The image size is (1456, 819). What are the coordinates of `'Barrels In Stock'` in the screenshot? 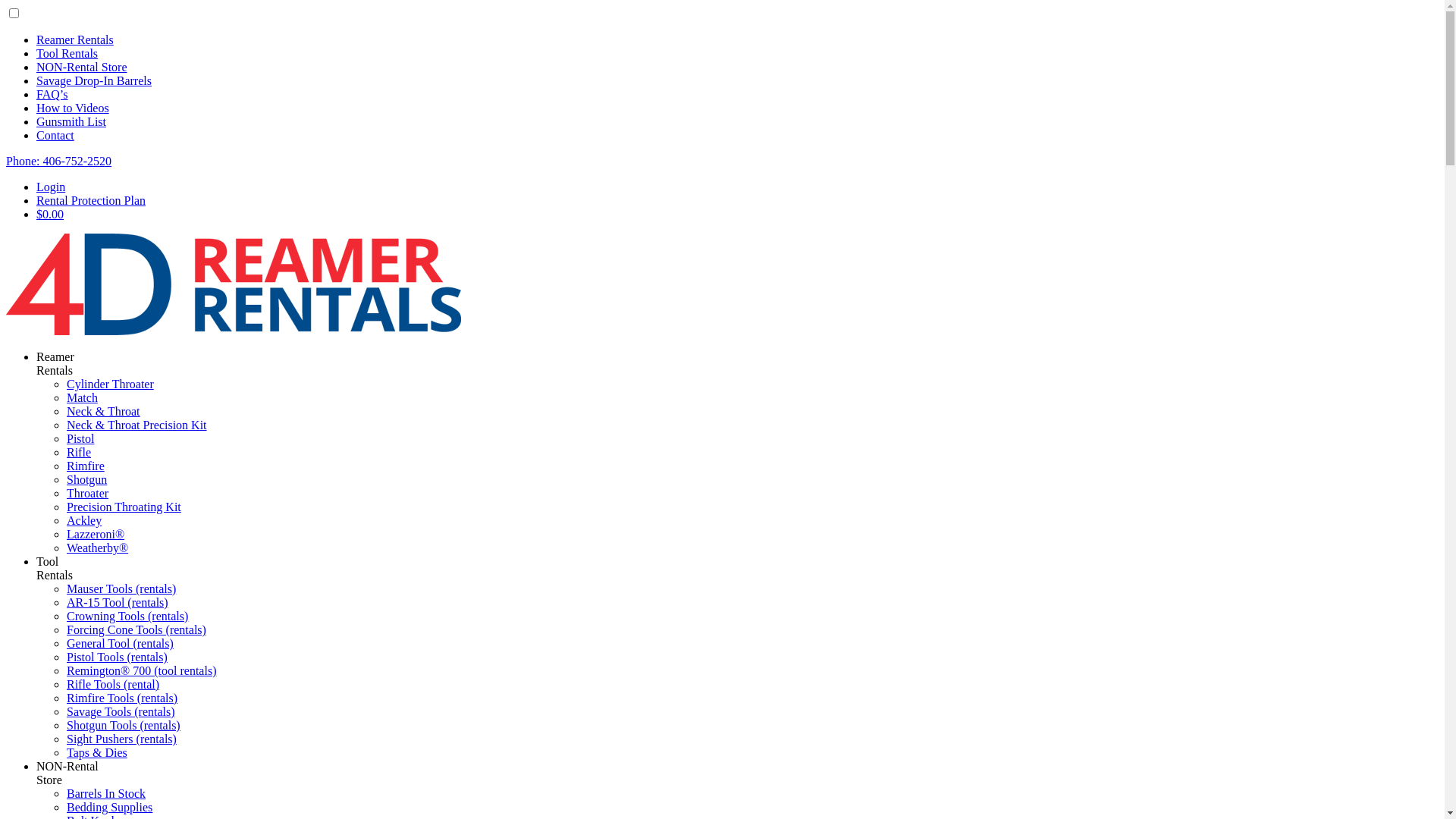 It's located at (105, 792).